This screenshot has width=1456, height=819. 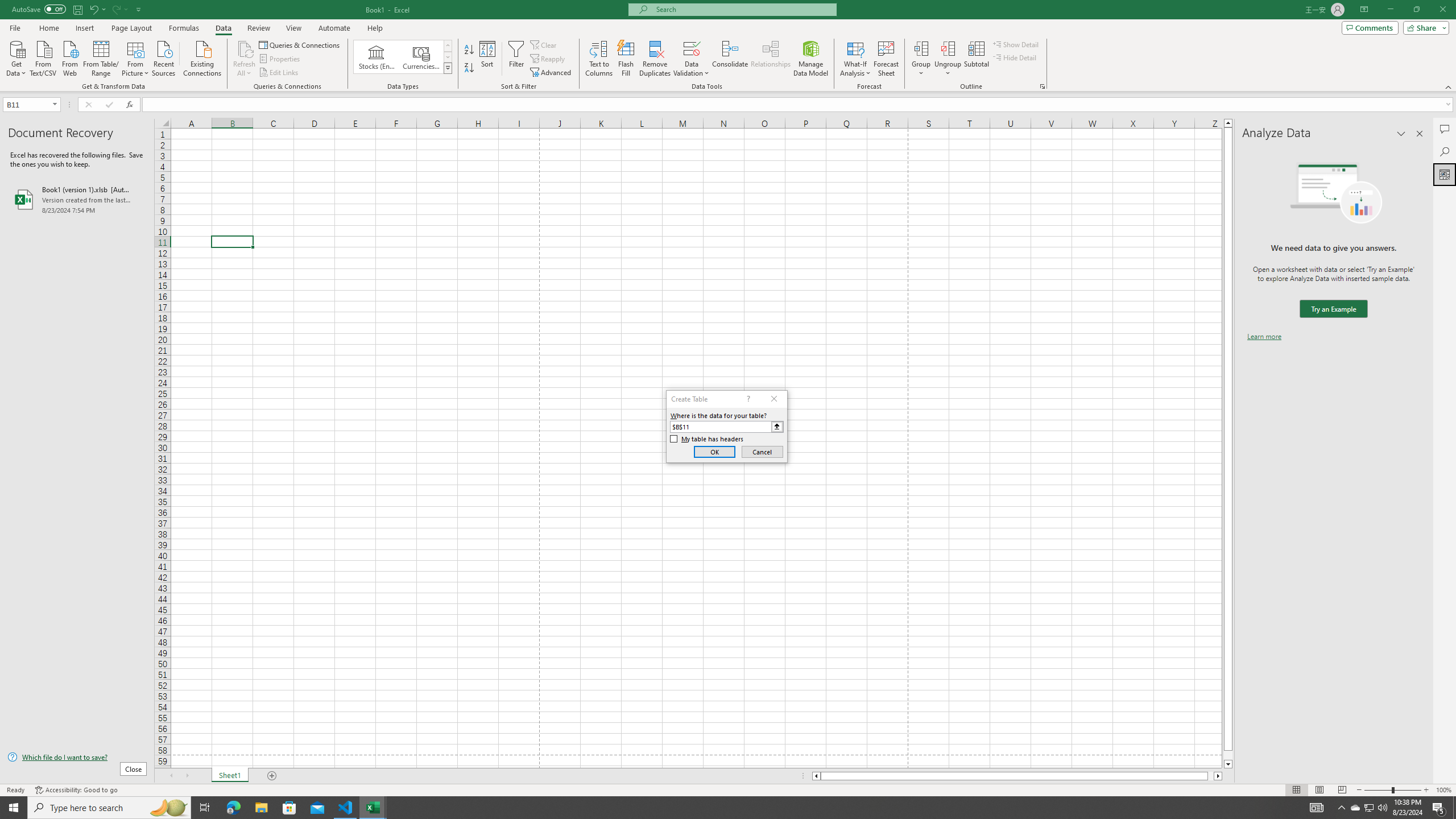 What do you see at coordinates (730, 59) in the screenshot?
I see `'Consolidate...'` at bounding box center [730, 59].